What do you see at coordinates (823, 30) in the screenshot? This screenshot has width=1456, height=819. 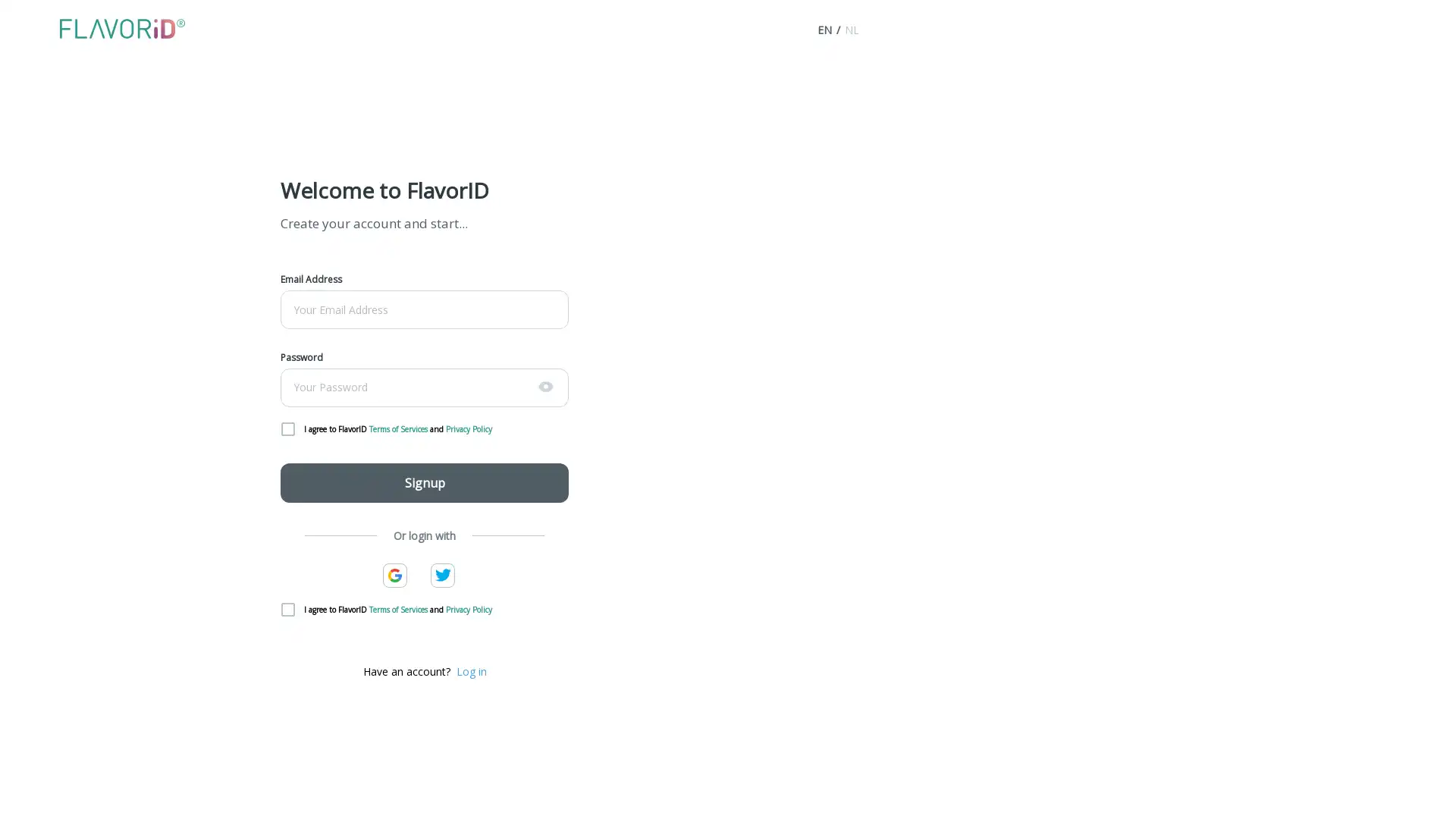 I see `EN` at bounding box center [823, 30].